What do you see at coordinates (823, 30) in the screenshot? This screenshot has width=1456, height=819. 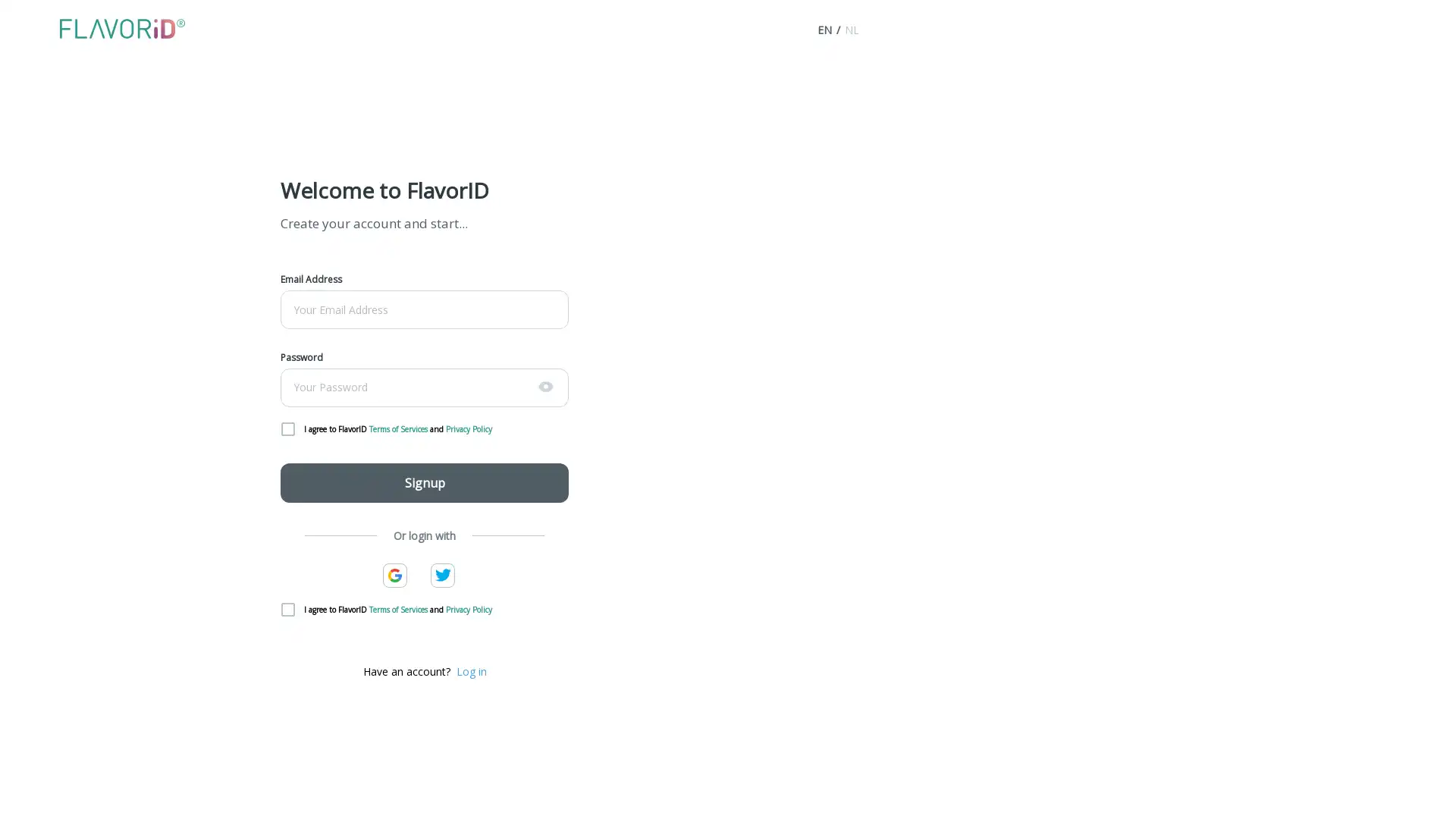 I see `EN` at bounding box center [823, 30].